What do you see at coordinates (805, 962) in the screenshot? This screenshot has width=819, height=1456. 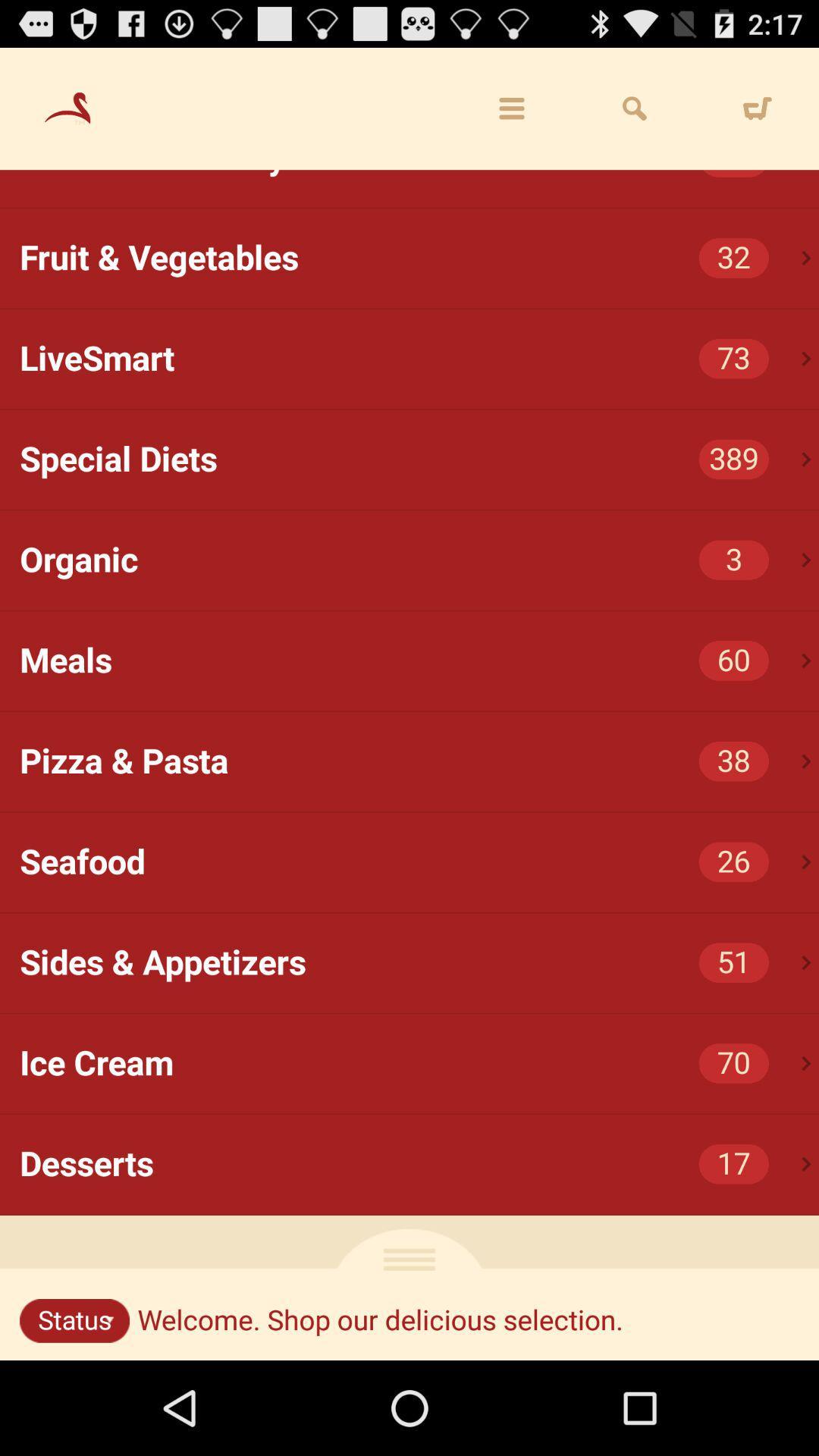 I see `icon next to 51 item` at bounding box center [805, 962].